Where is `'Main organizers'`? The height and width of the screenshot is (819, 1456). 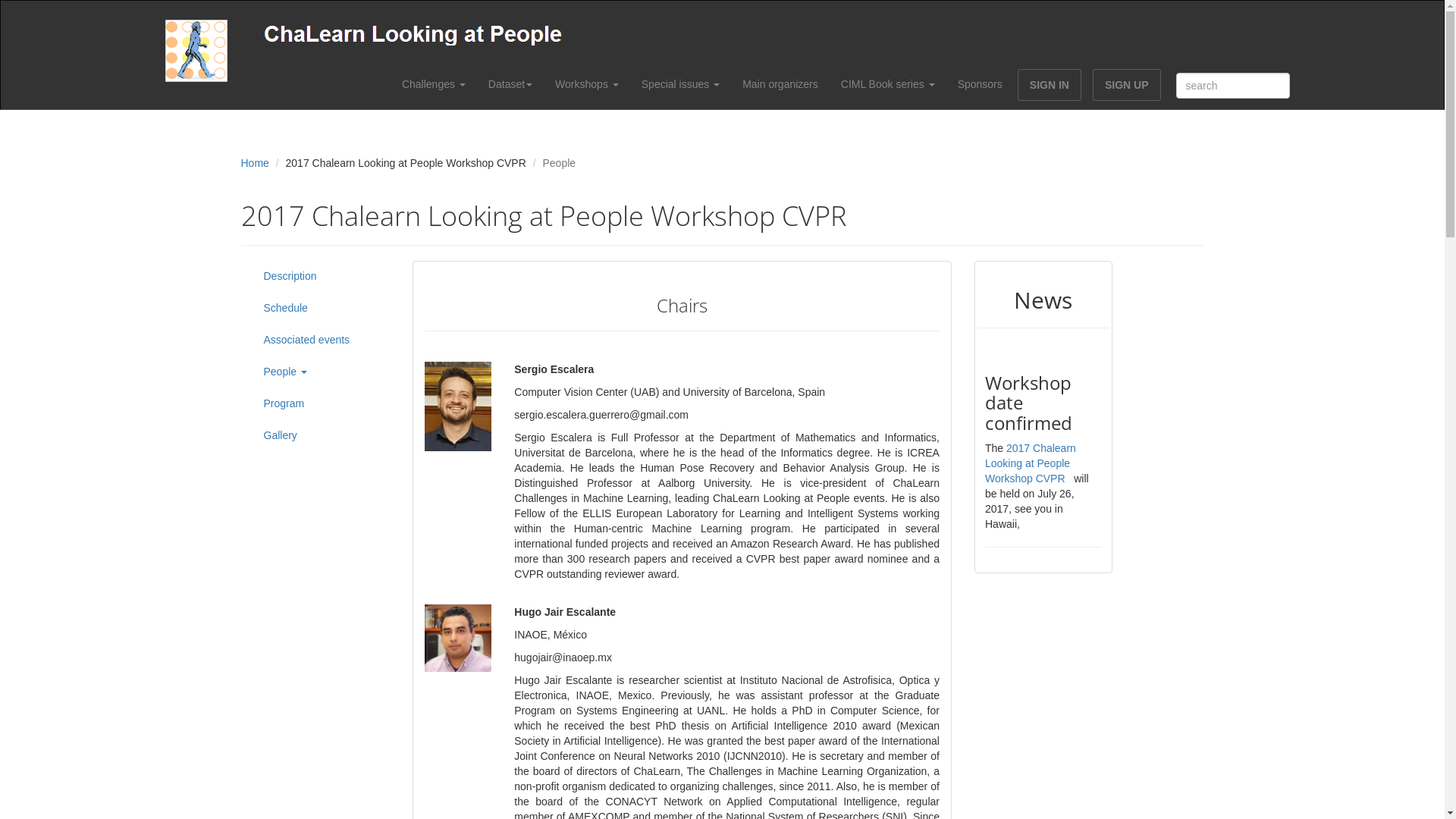 'Main organizers' is located at coordinates (780, 84).